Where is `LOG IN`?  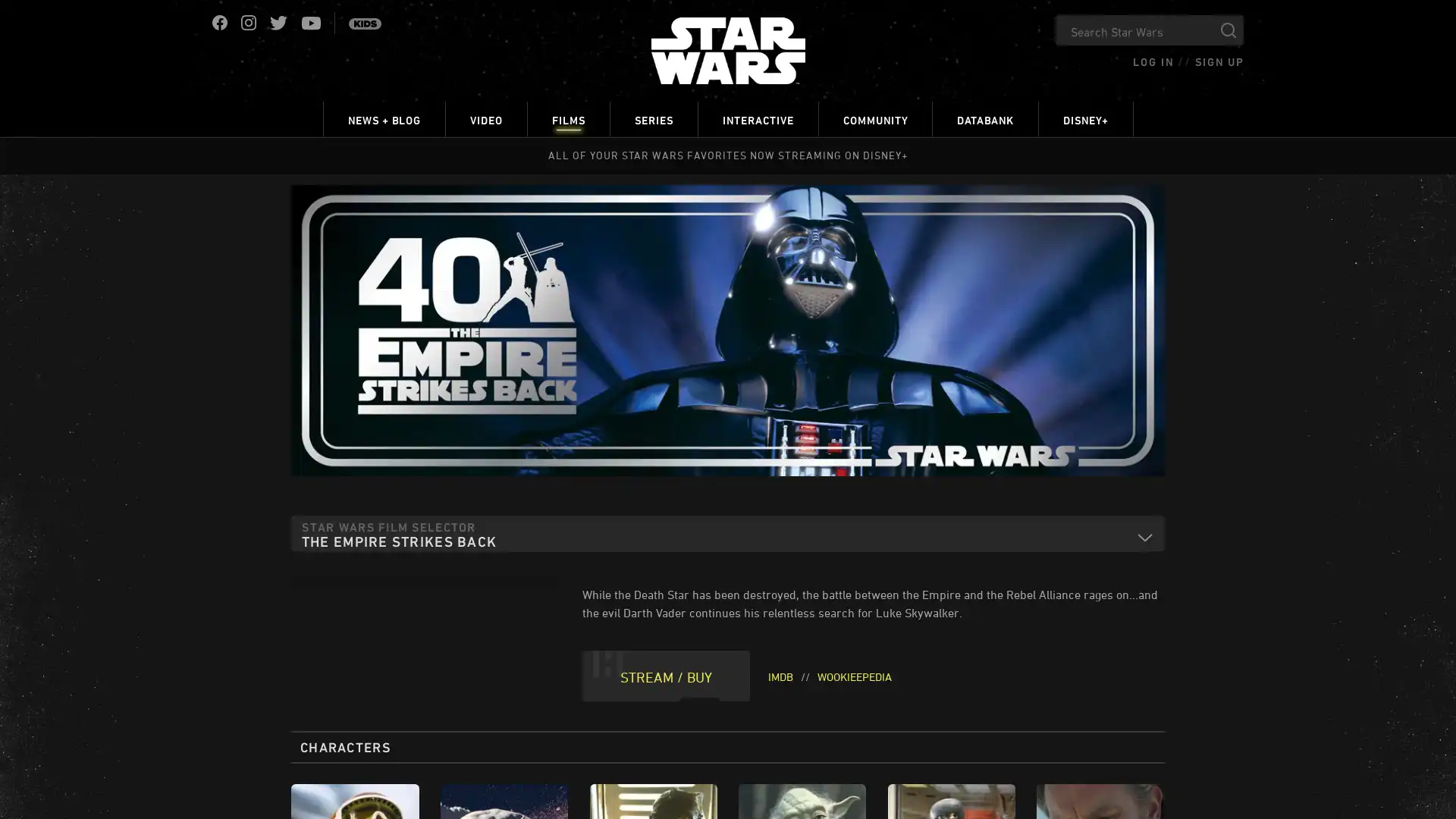 LOG IN is located at coordinates (1153, 61).